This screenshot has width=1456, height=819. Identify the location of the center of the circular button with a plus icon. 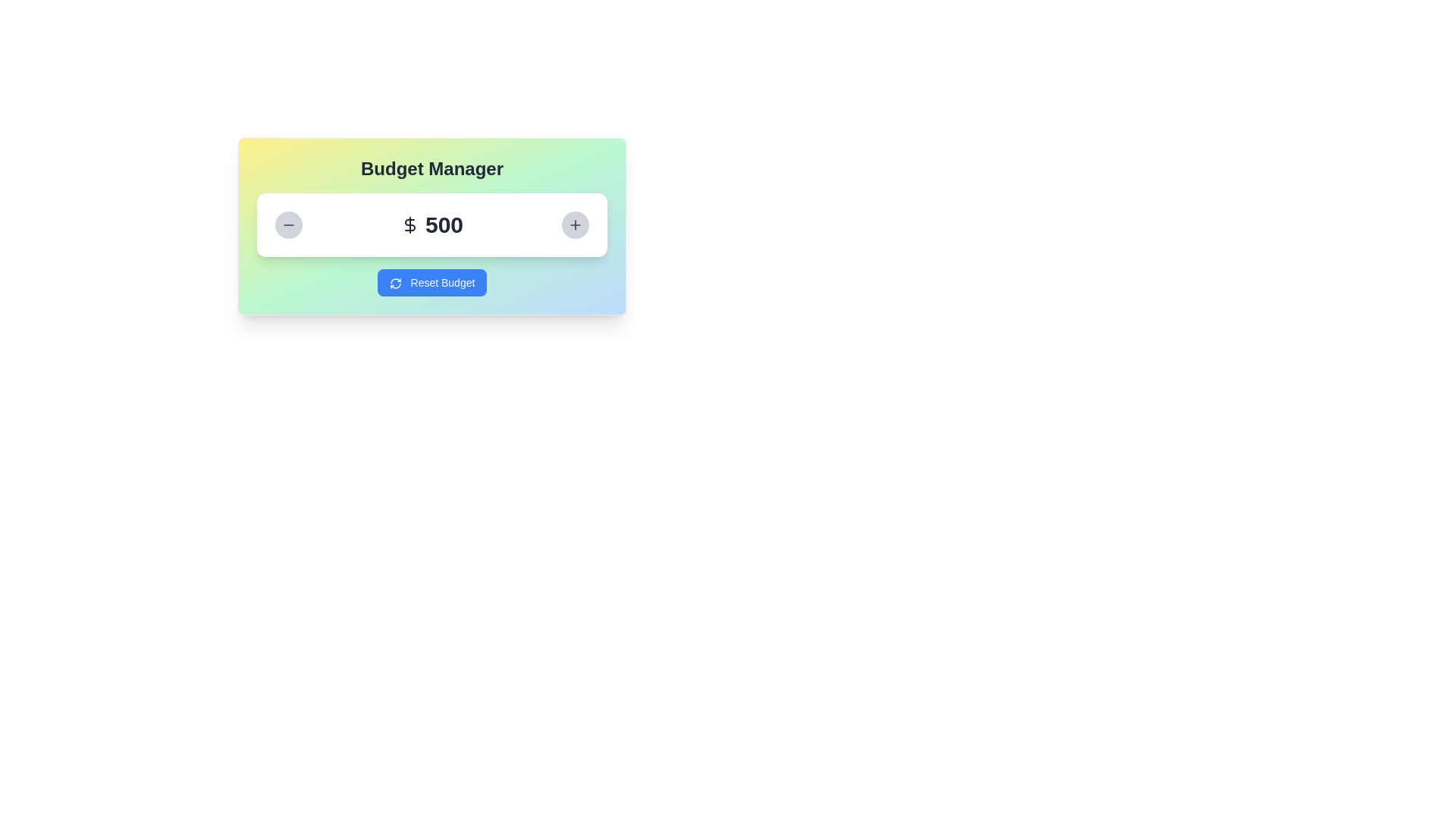
(574, 225).